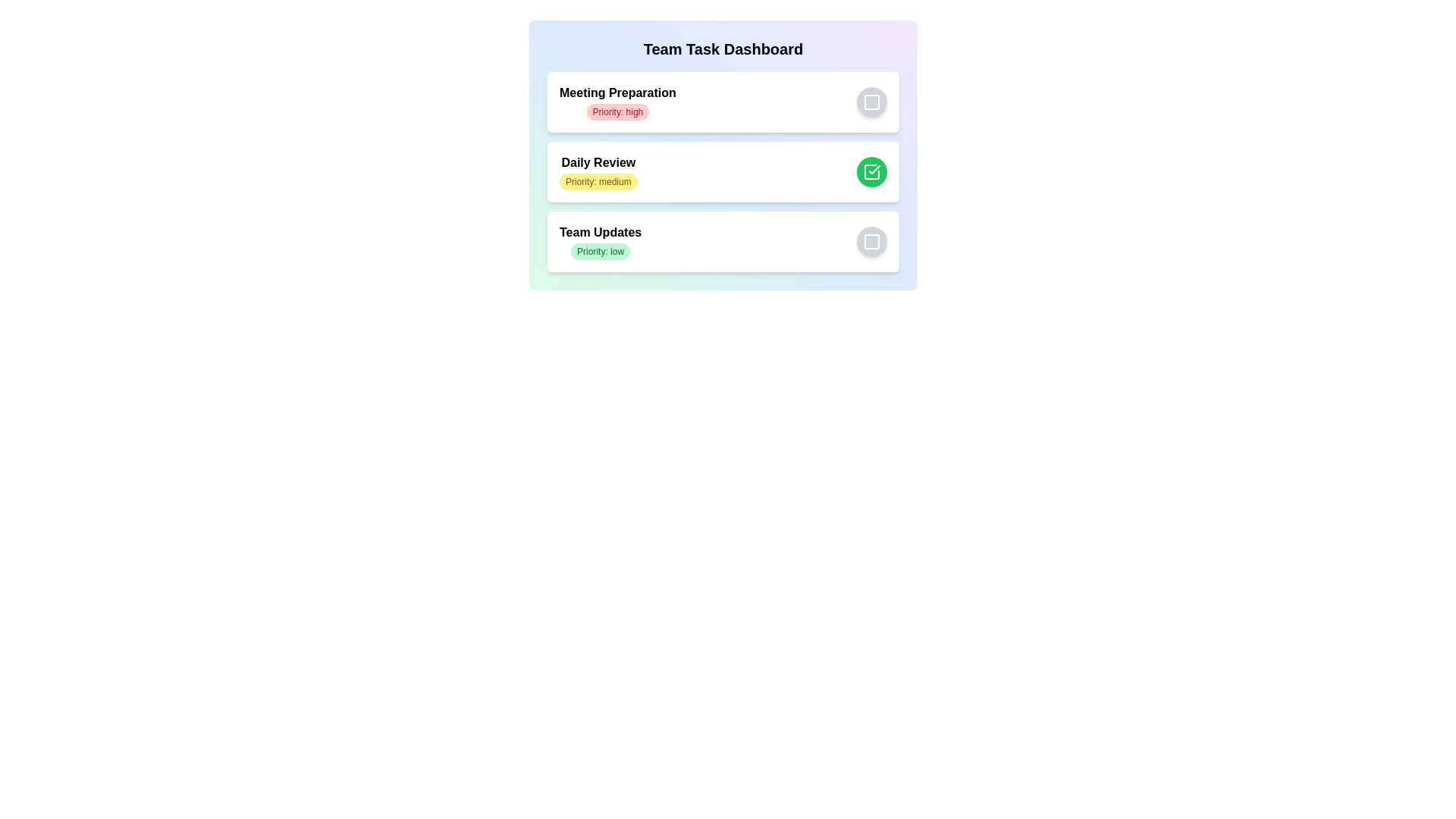 This screenshot has height=819, width=1456. Describe the element at coordinates (600, 250) in the screenshot. I see `the task with priority low` at that location.